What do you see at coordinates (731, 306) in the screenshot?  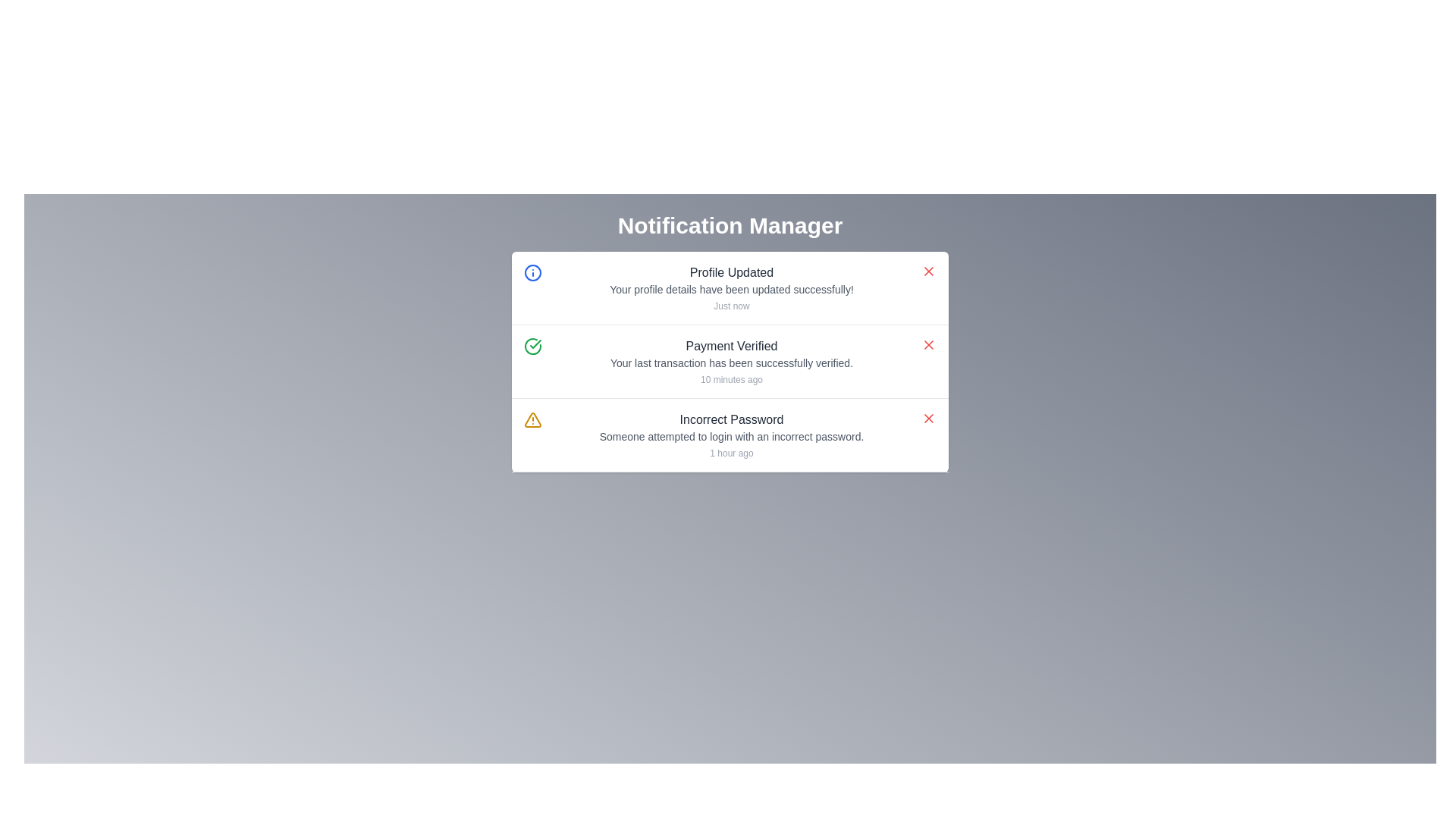 I see `the text label displaying 'Just now', which is located directly below the message 'Your profile details have been updated successfully!' in the 'Profile Updated' notification box` at bounding box center [731, 306].